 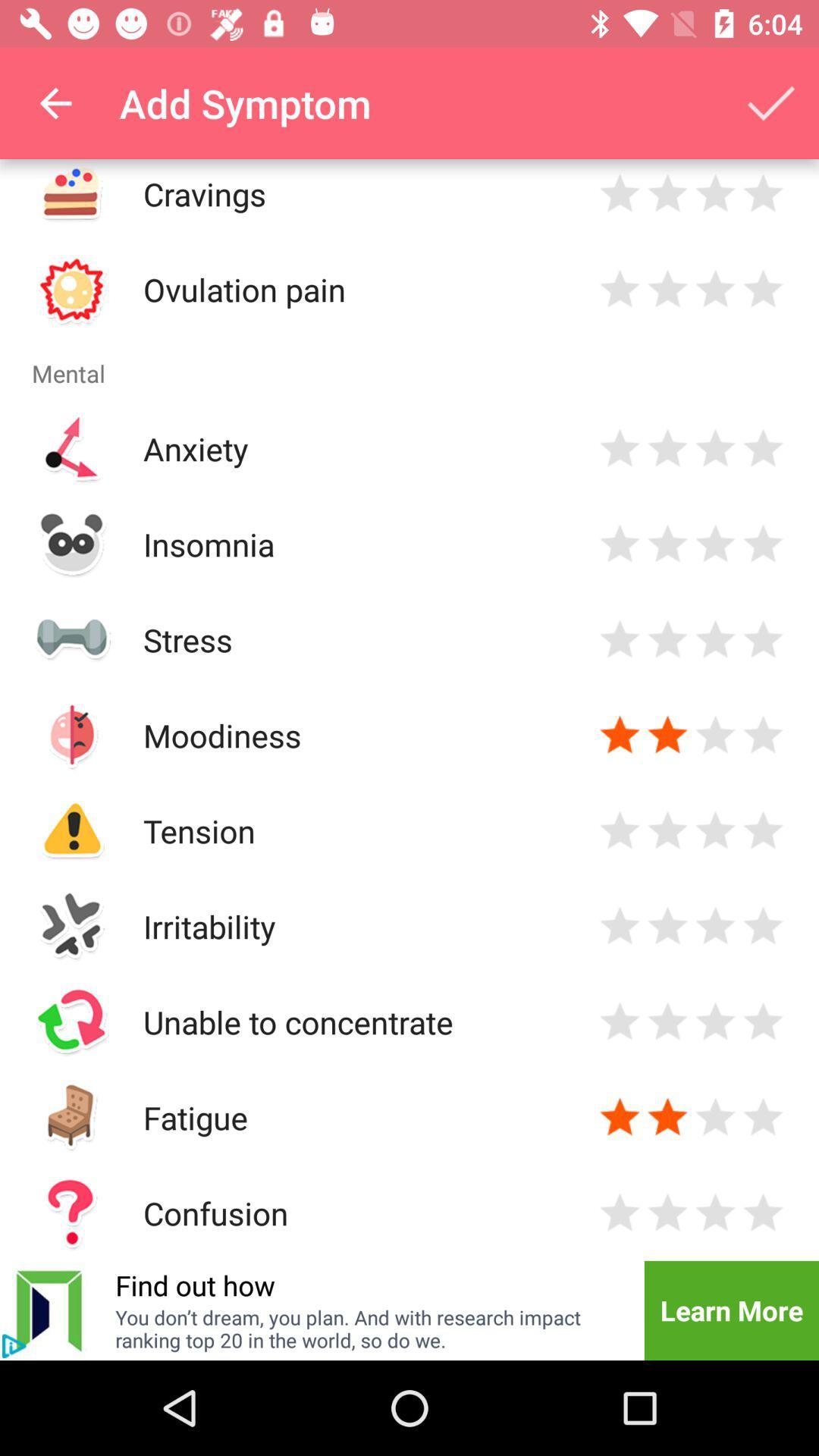 I want to click on rank insomnia two stars, so click(x=667, y=544).